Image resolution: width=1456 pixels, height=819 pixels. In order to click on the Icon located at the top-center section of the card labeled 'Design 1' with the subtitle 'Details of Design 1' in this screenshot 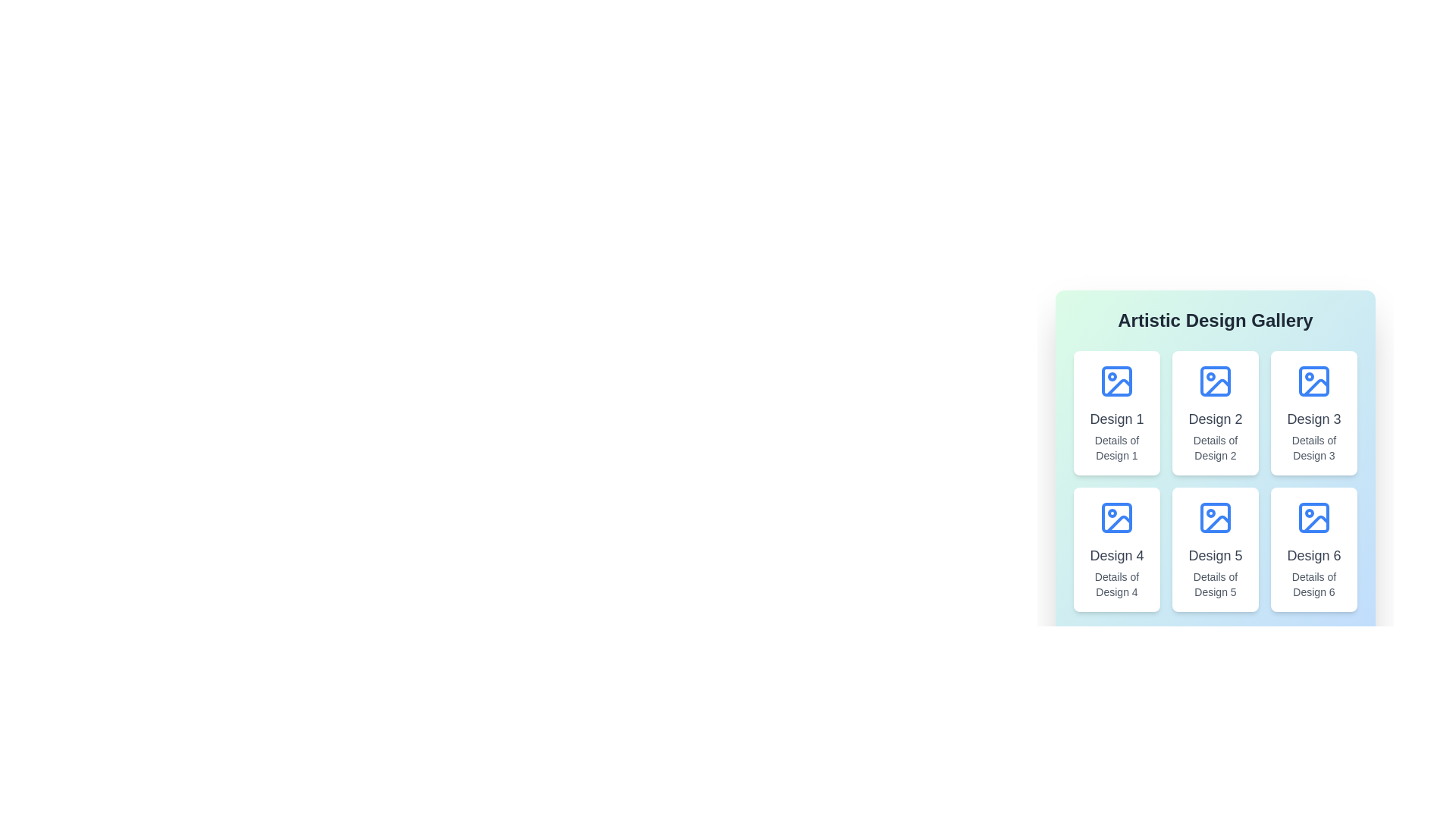, I will do `click(1117, 380)`.